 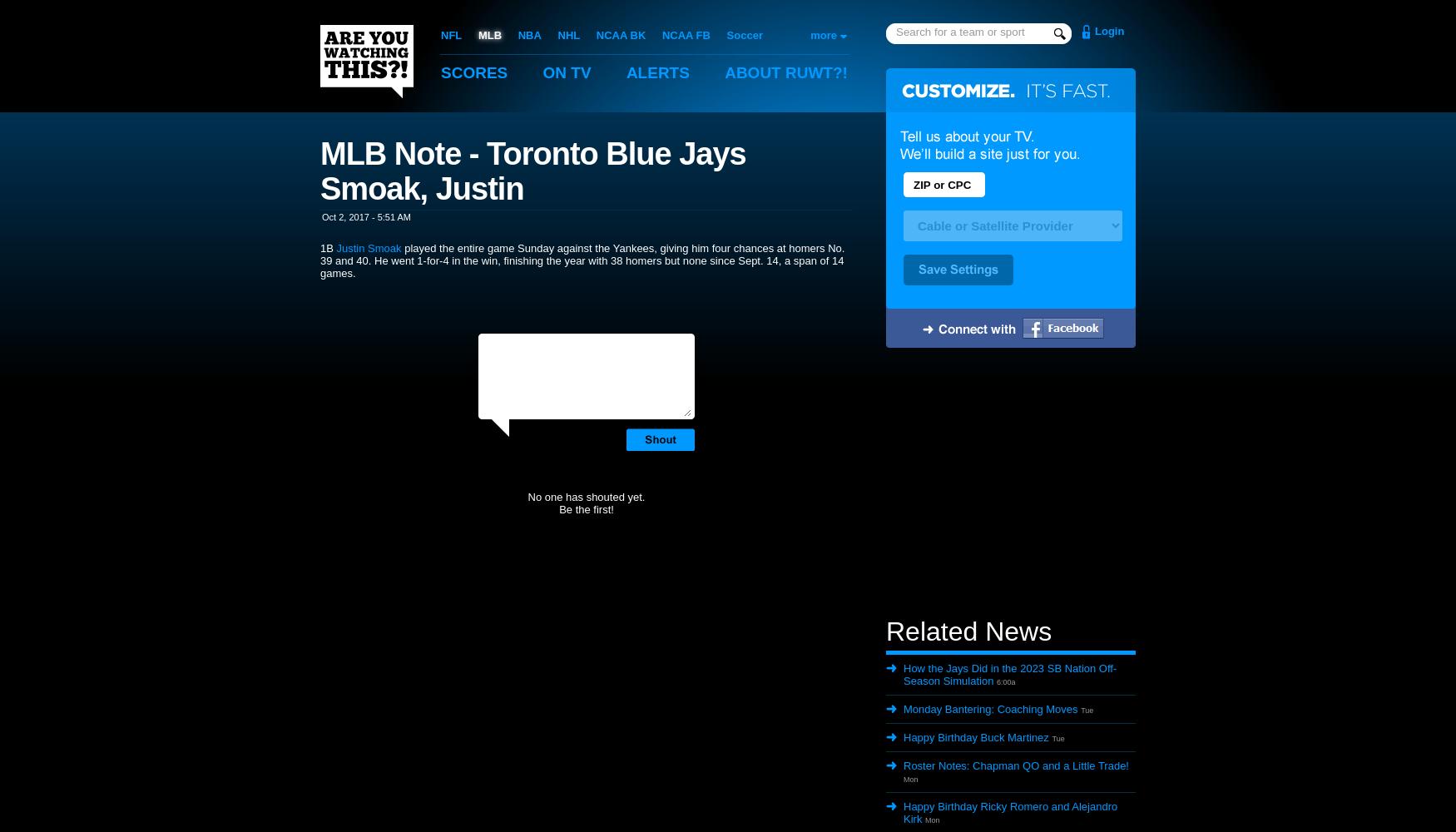 What do you see at coordinates (327, 247) in the screenshot?
I see `'1B'` at bounding box center [327, 247].